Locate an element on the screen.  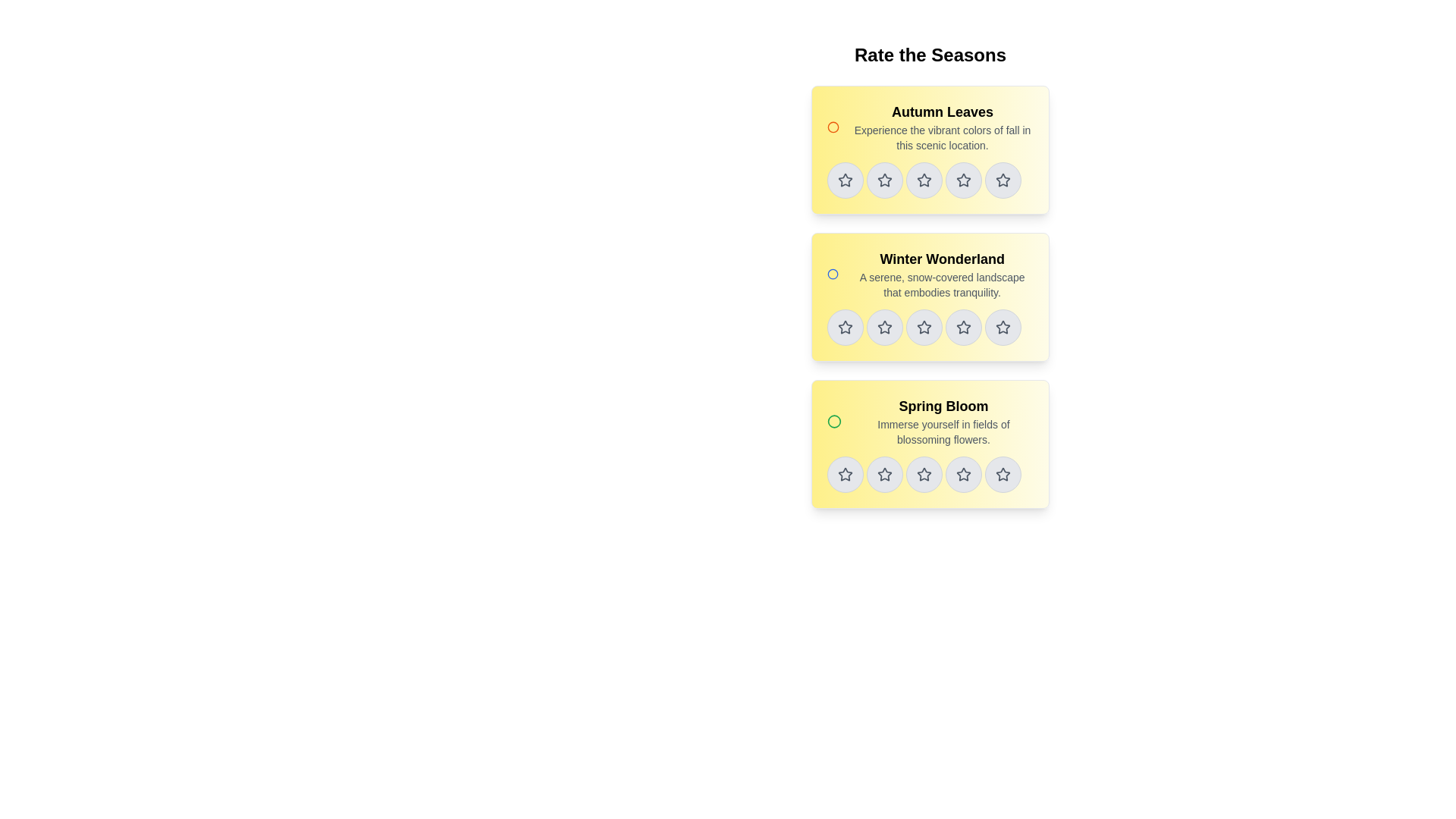
the fourth rating star icon for the 'Spring Bloom' section is located at coordinates (963, 473).